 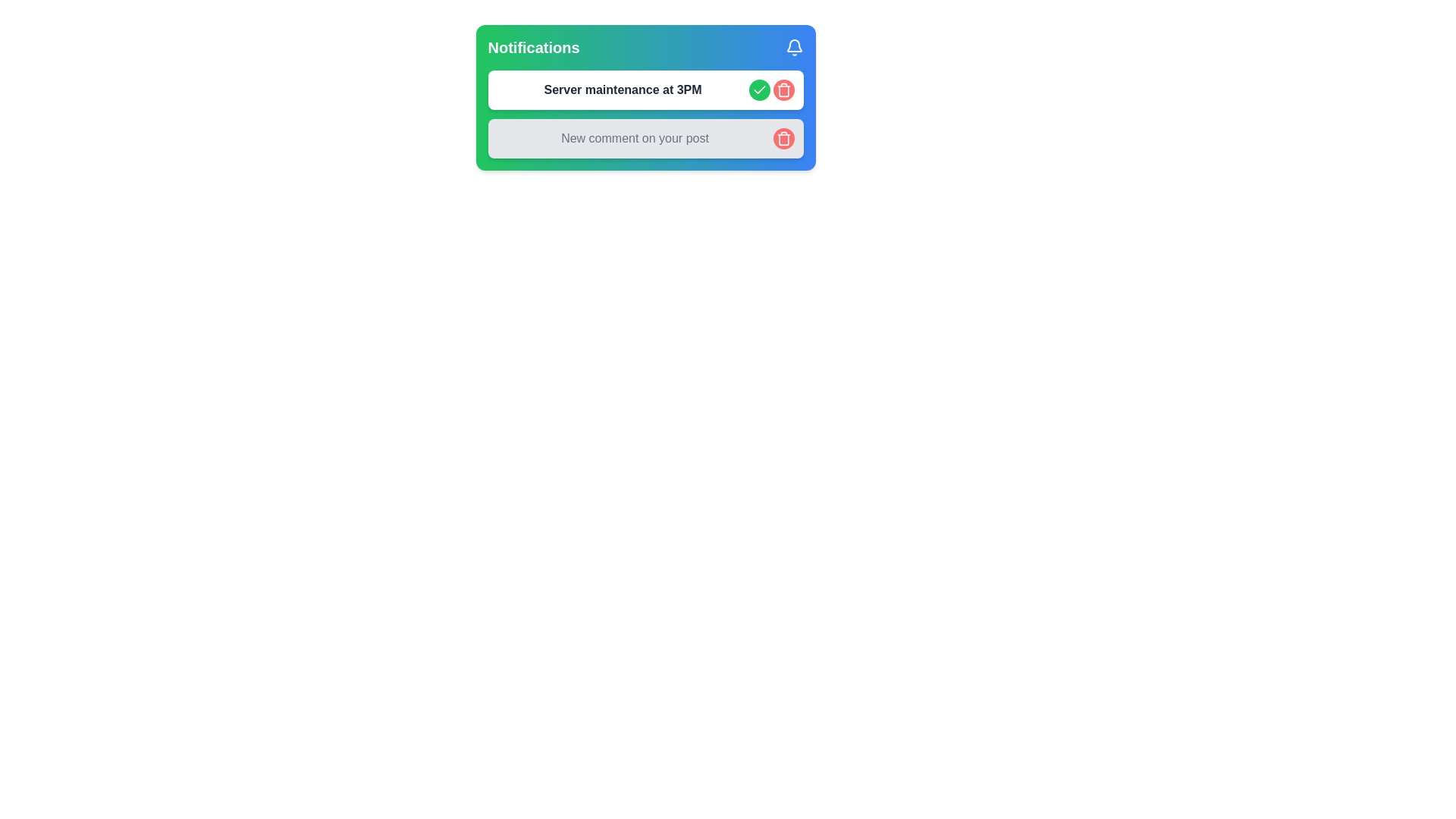 What do you see at coordinates (783, 138) in the screenshot?
I see `the delete icon button located in the second notification item on the right-hand side to trigger the tooltip or visual feedback` at bounding box center [783, 138].